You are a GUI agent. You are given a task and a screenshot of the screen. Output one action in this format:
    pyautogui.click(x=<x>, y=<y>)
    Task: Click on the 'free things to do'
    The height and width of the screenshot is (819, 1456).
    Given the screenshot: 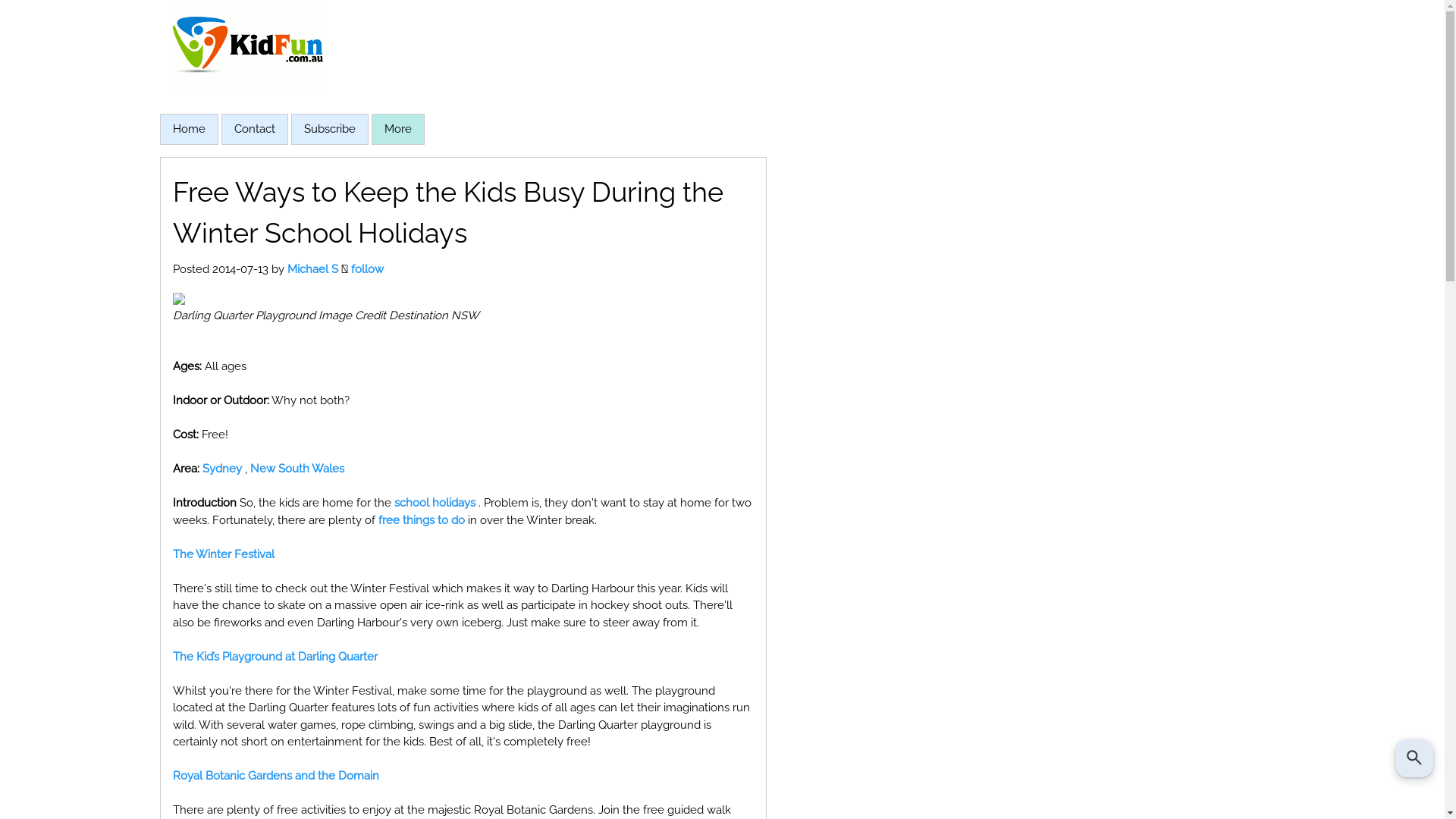 What is the action you would take?
    pyautogui.click(x=378, y=519)
    